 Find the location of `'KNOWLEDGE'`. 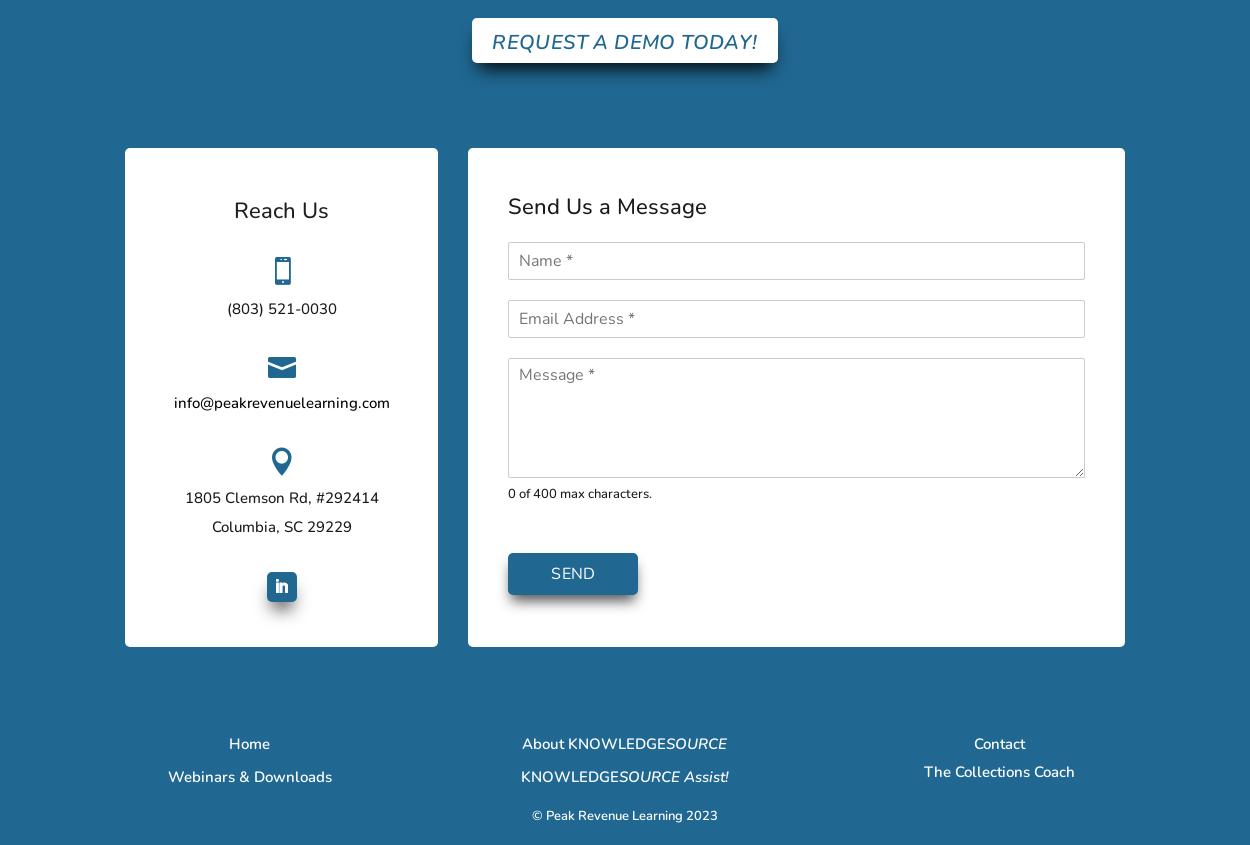

'KNOWLEDGE' is located at coordinates (568, 776).